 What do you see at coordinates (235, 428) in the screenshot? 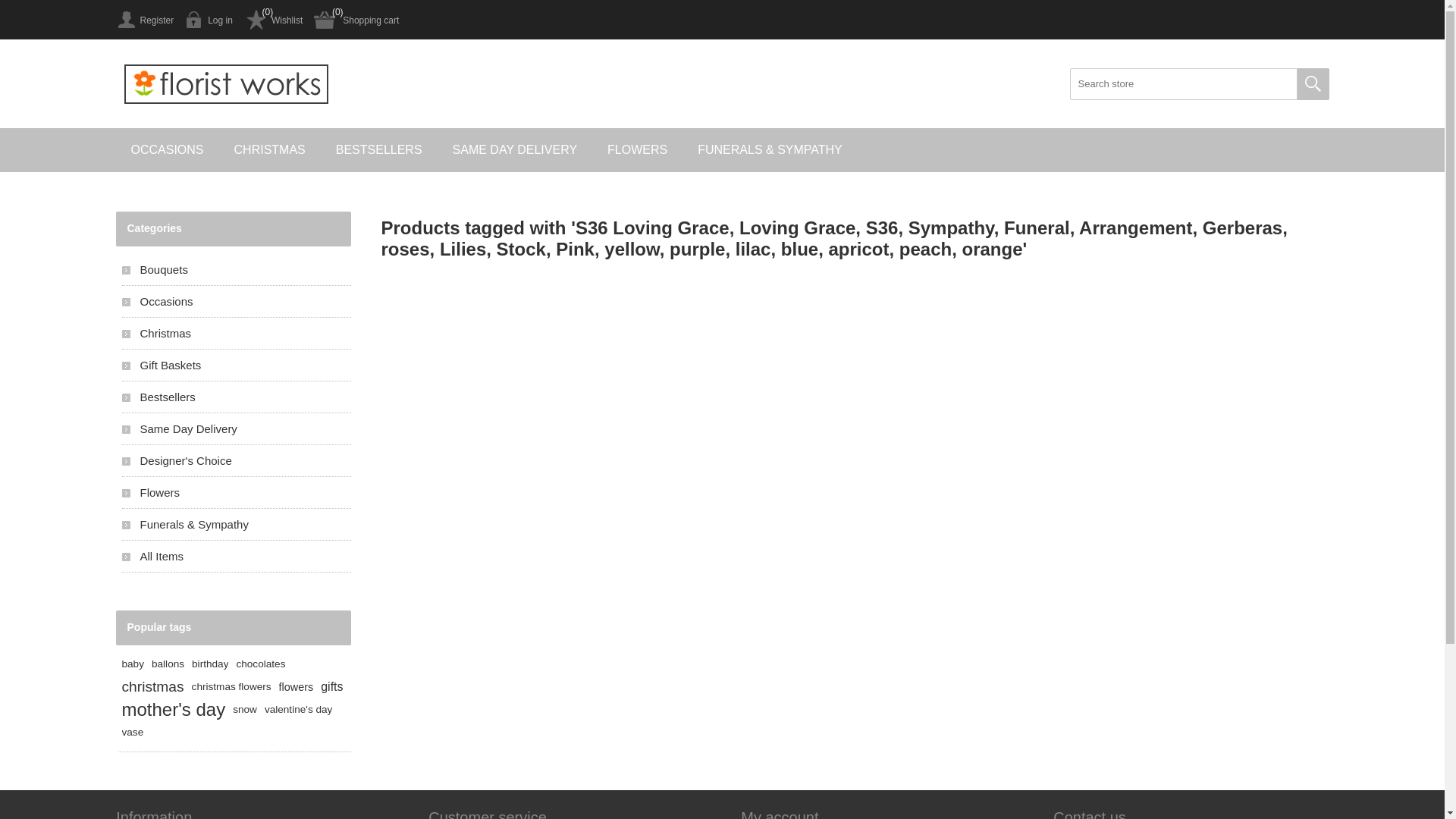
I see `'Same Day Delivery'` at bounding box center [235, 428].